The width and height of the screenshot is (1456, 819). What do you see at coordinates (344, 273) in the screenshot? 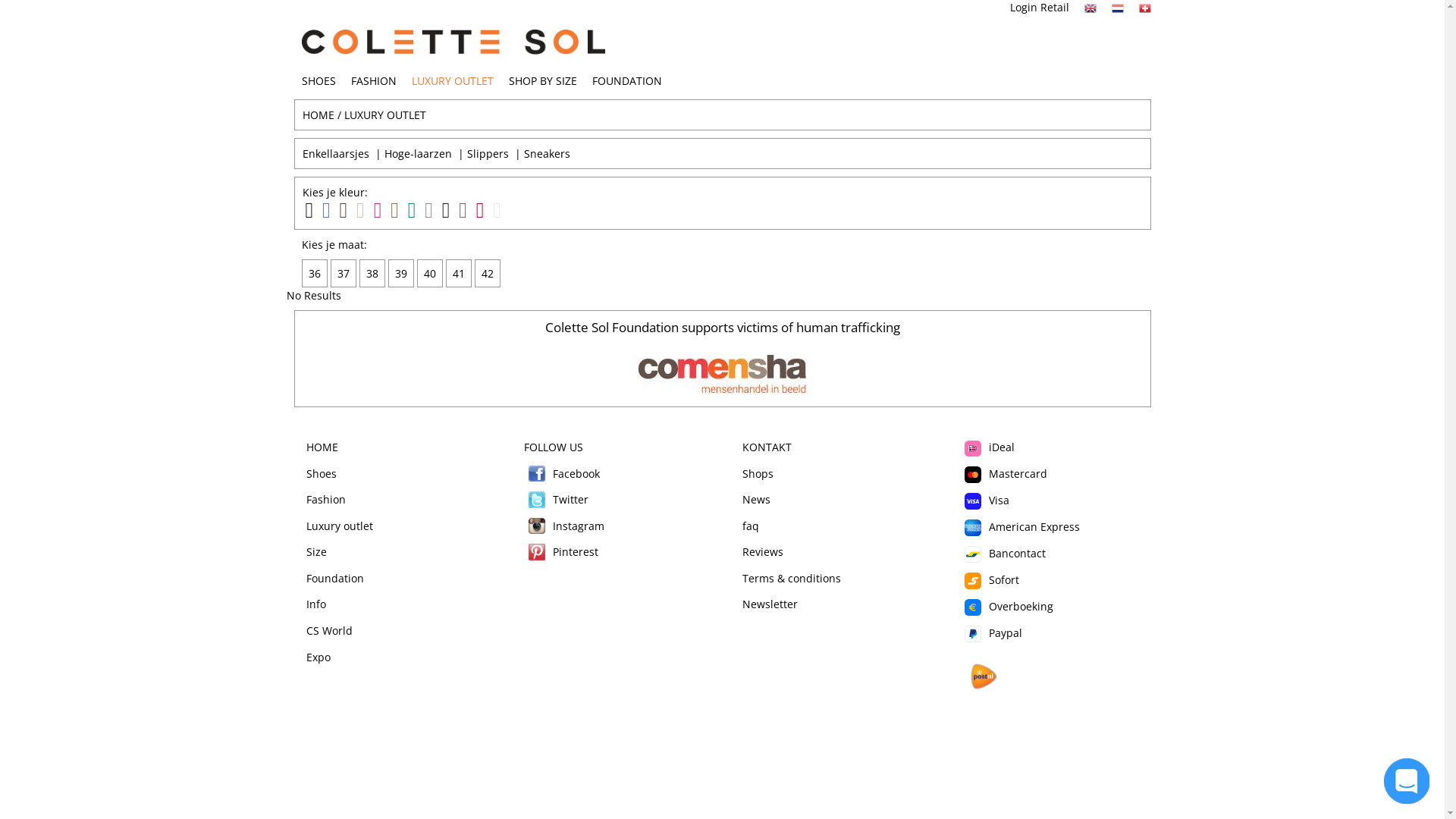
I see `'37 '` at bounding box center [344, 273].